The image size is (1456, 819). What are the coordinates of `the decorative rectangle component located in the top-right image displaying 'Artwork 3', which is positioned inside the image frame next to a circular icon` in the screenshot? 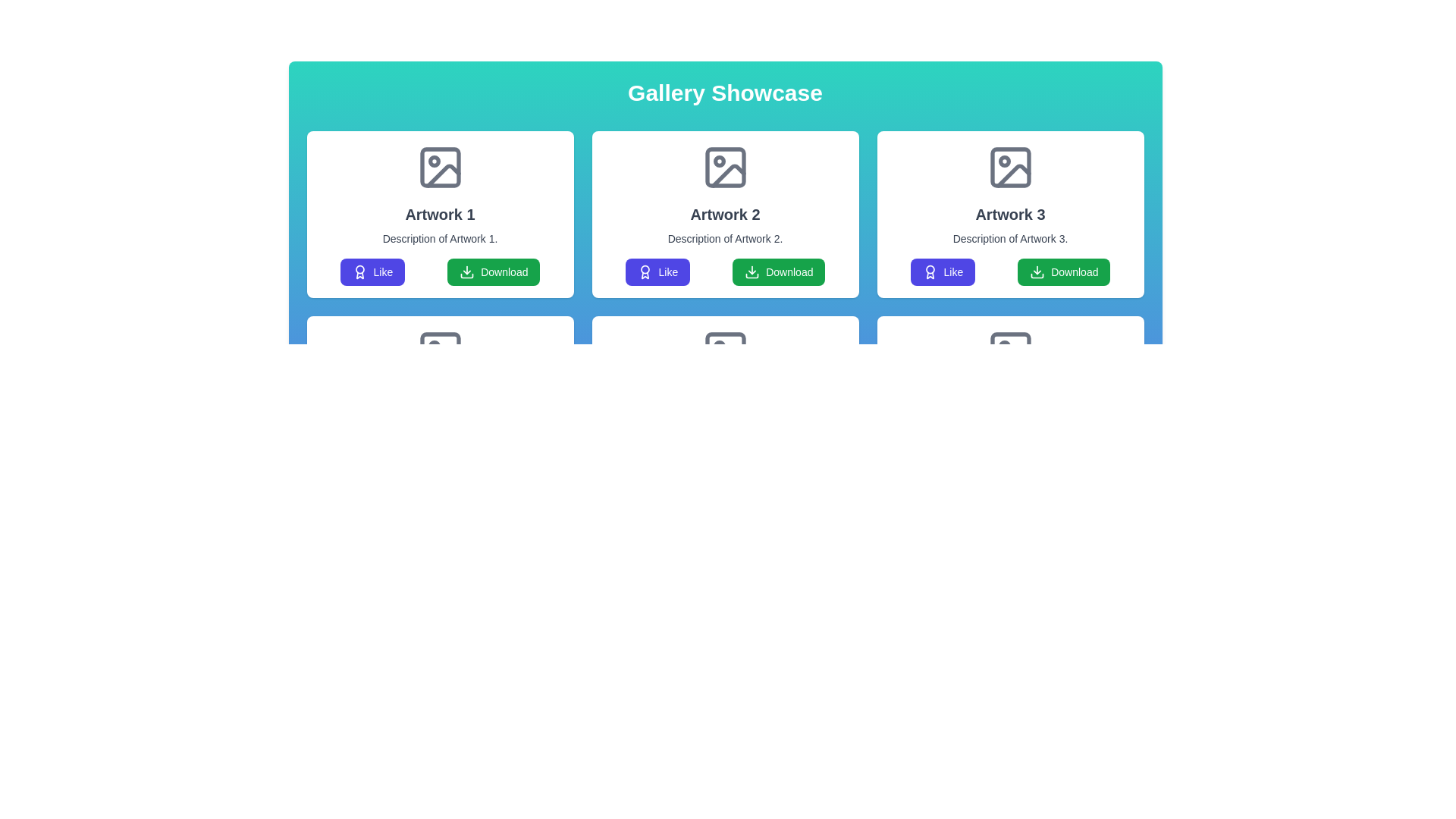 It's located at (1010, 167).